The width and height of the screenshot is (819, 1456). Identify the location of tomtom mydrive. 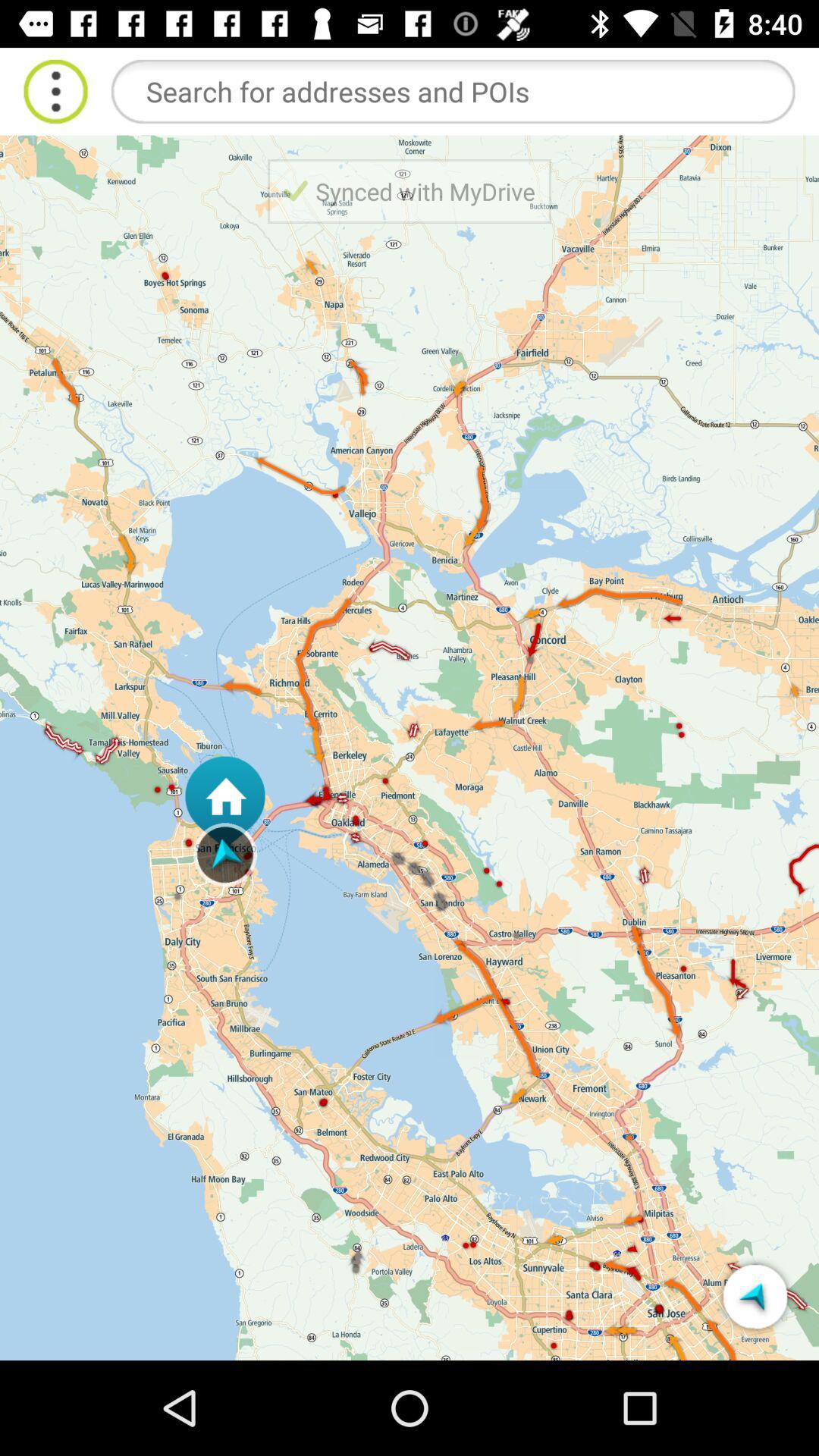
(755, 1295).